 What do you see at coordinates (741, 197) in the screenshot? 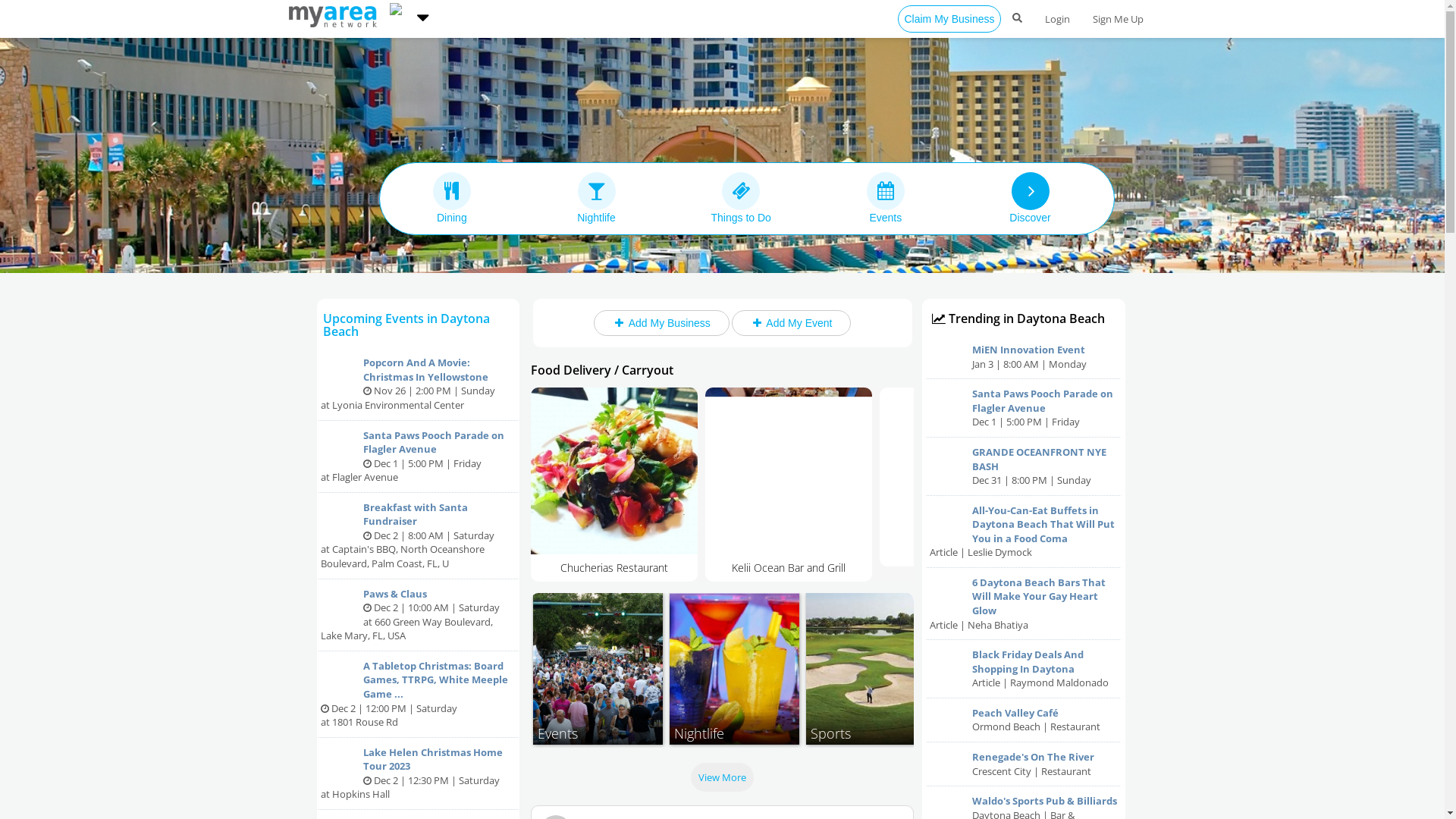
I see `'Things to Do'` at bounding box center [741, 197].